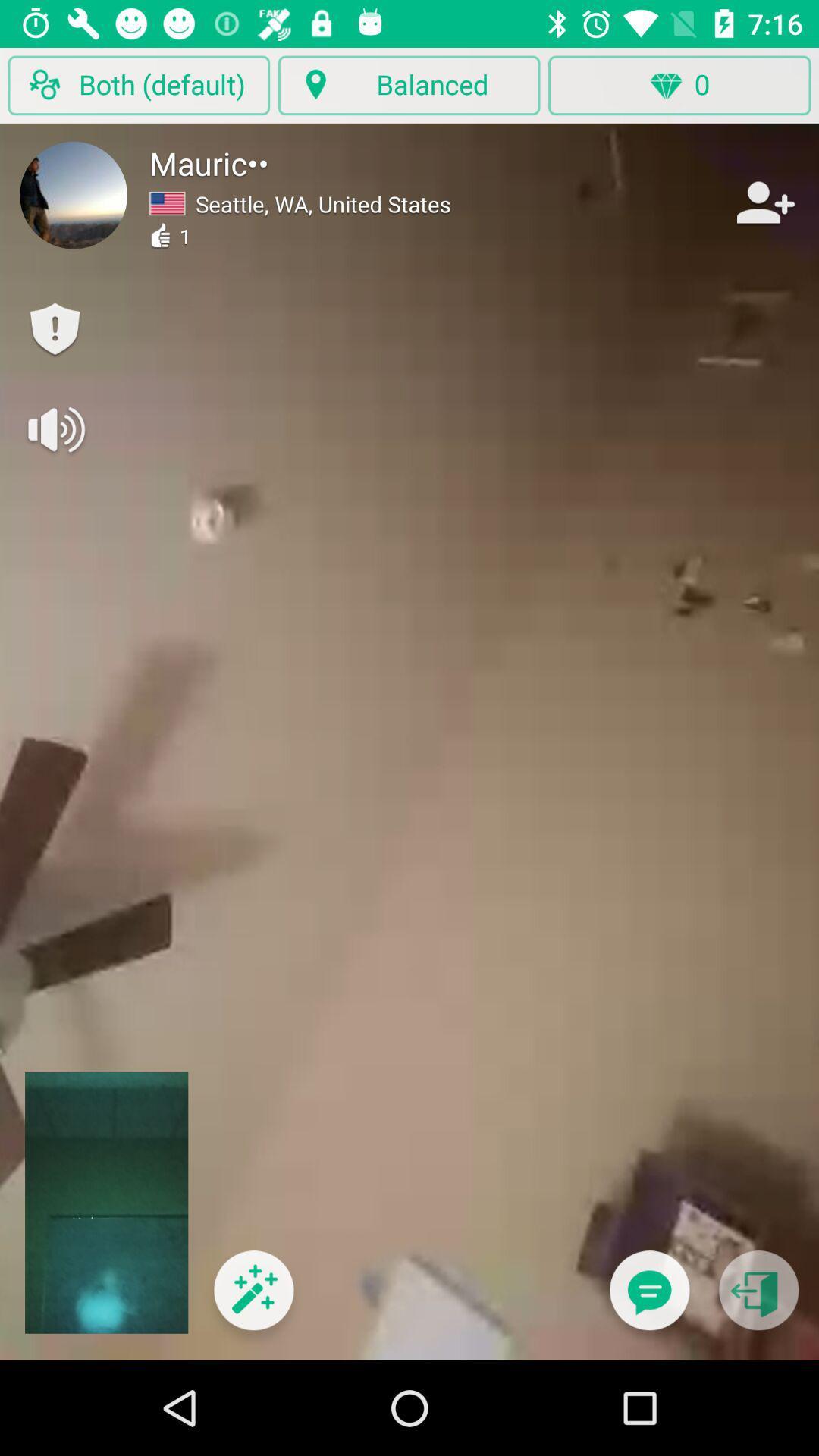 The height and width of the screenshot is (1456, 819). I want to click on mute audio, so click(54, 428).